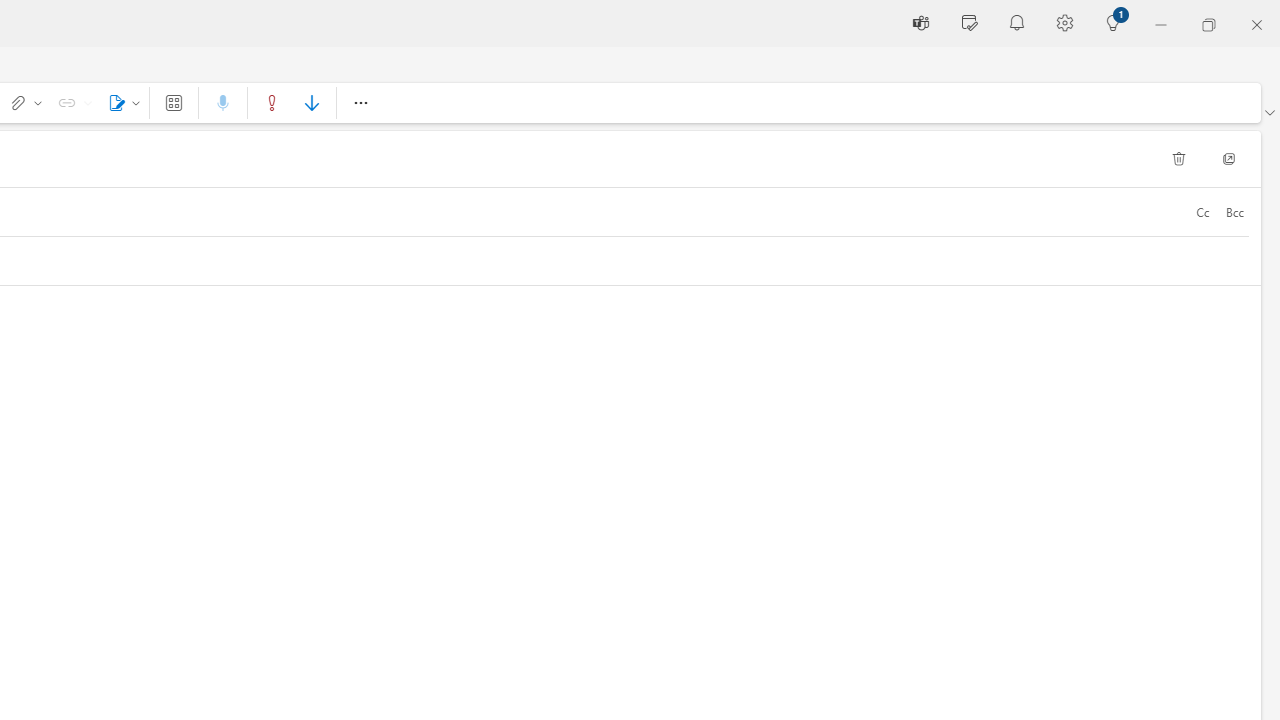  What do you see at coordinates (1233, 212) in the screenshot?
I see `'Bcc'` at bounding box center [1233, 212].